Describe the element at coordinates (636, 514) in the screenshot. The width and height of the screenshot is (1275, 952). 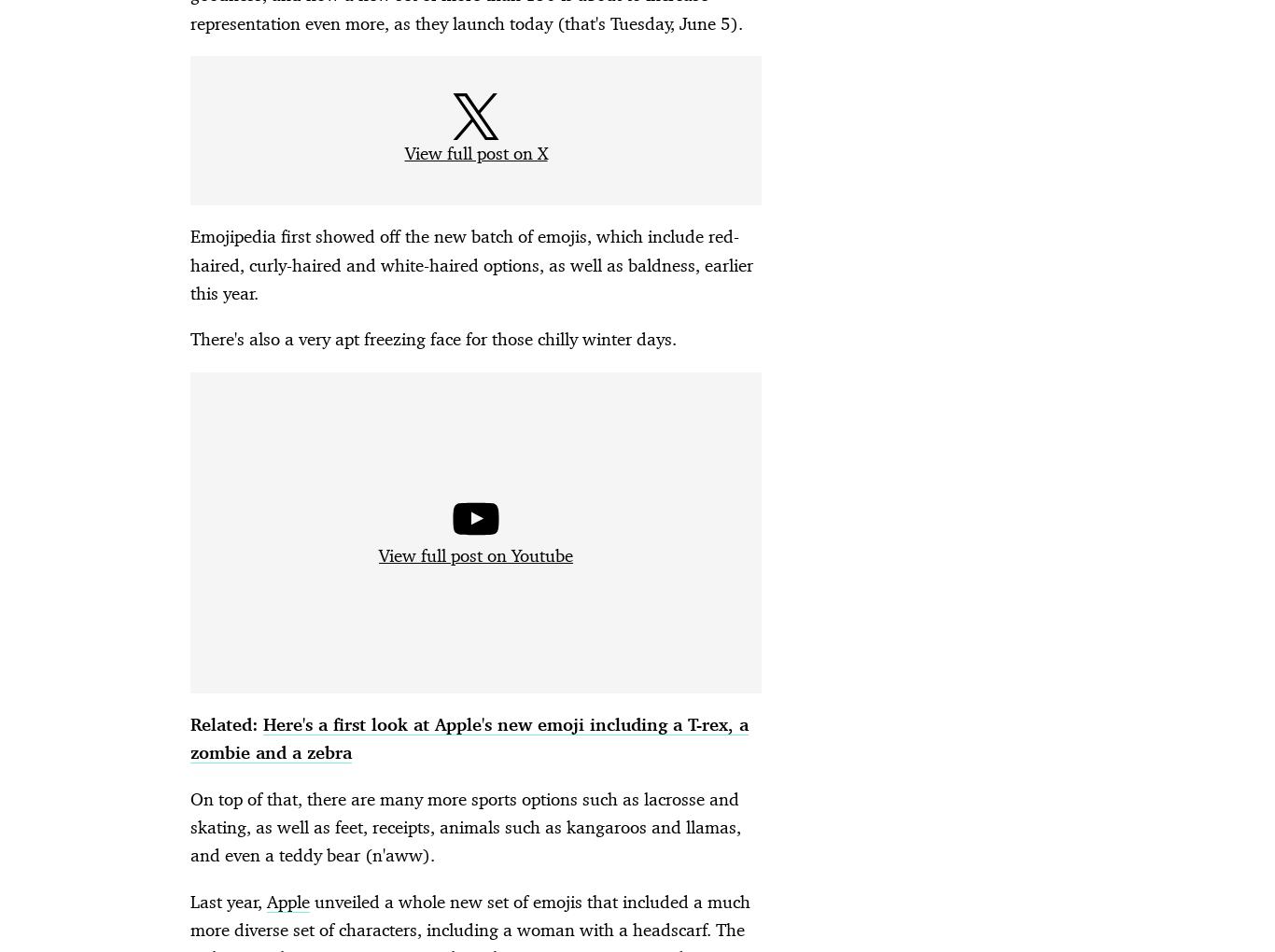
I see `'Advertisement - Continue Reading Below'` at that location.